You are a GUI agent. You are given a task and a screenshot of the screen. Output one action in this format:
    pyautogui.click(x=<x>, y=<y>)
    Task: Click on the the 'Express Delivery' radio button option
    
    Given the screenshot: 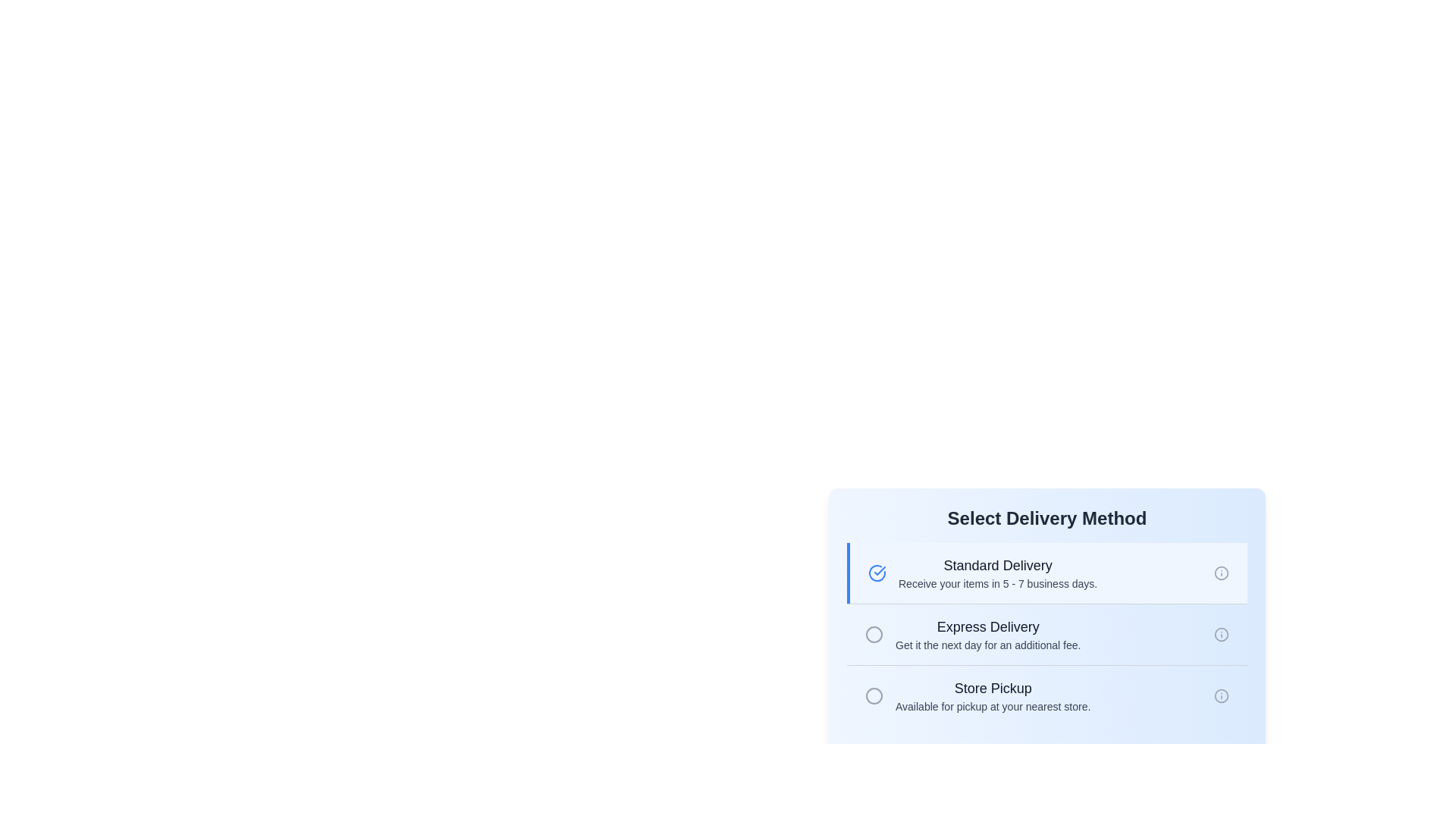 What is the action you would take?
    pyautogui.click(x=1046, y=634)
    